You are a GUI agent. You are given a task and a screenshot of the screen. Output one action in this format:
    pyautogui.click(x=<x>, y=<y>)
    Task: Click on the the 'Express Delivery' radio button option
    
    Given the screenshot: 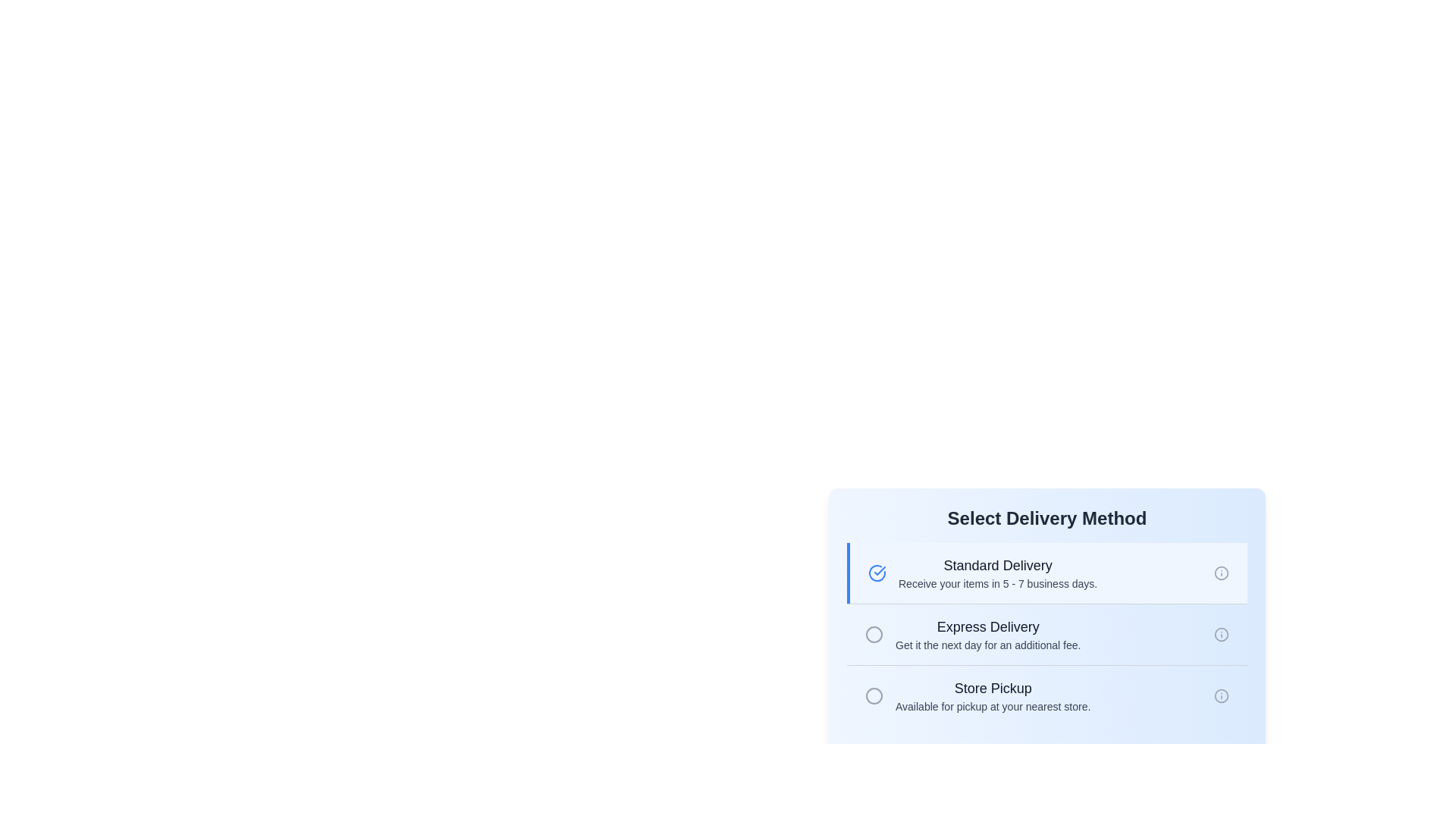 What is the action you would take?
    pyautogui.click(x=1046, y=634)
    